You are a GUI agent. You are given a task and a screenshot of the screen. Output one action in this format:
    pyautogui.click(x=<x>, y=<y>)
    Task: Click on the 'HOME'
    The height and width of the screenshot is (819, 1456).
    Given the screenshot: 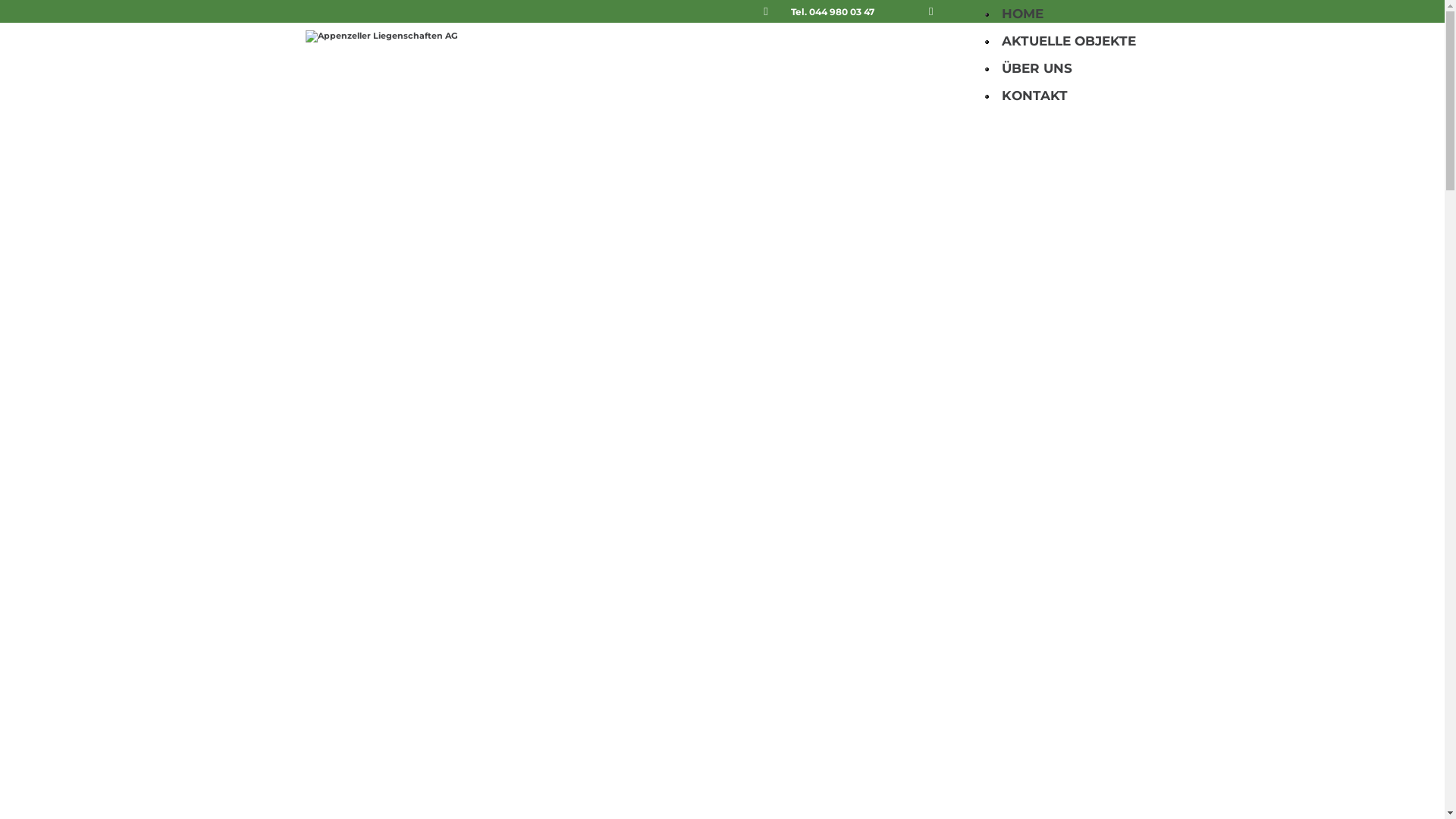 What is the action you would take?
    pyautogui.click(x=1021, y=14)
    